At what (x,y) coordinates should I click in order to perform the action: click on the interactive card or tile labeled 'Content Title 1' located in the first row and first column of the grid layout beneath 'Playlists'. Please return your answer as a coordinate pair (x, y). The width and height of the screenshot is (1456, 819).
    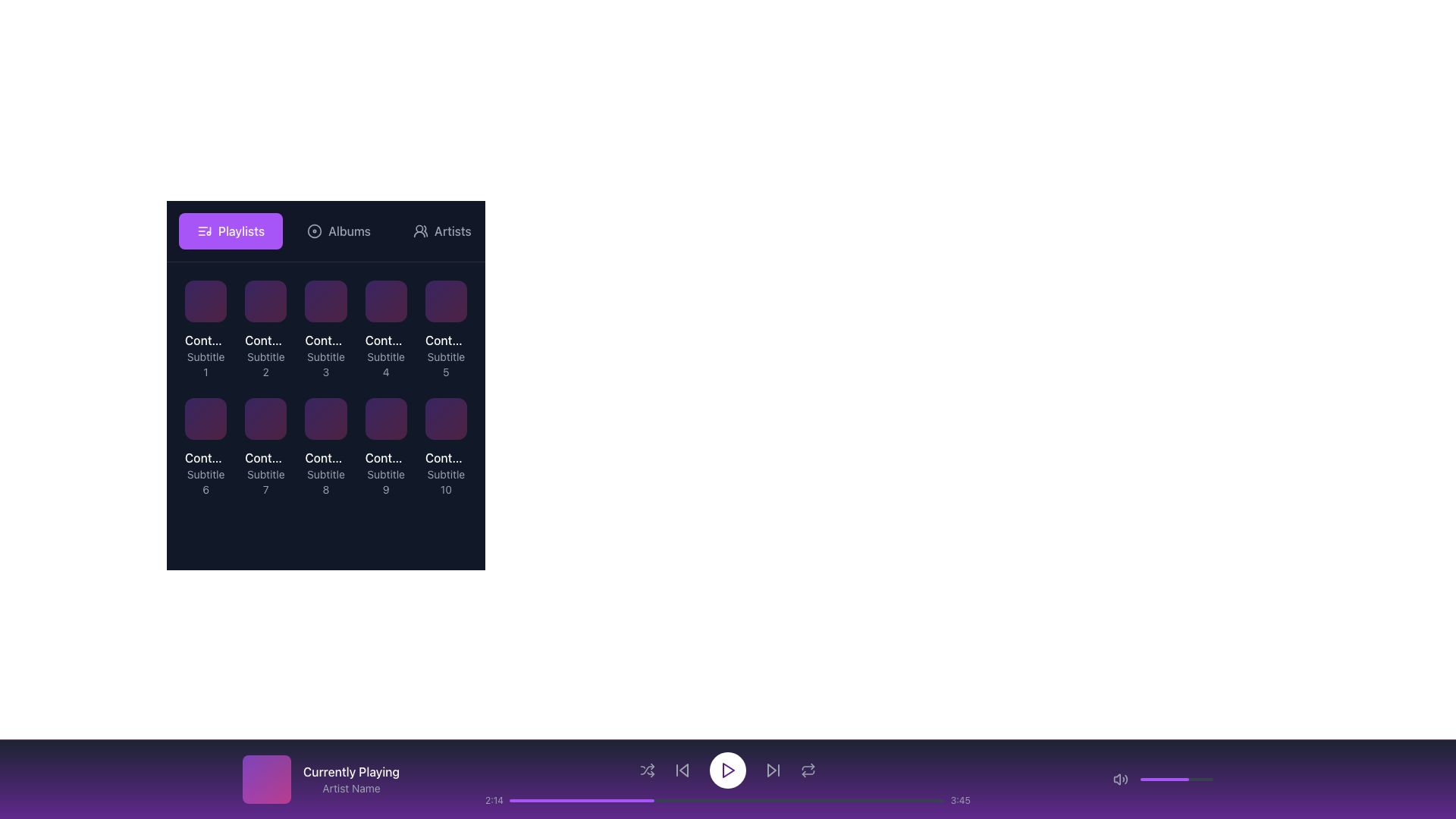
    Looking at the image, I should click on (205, 301).